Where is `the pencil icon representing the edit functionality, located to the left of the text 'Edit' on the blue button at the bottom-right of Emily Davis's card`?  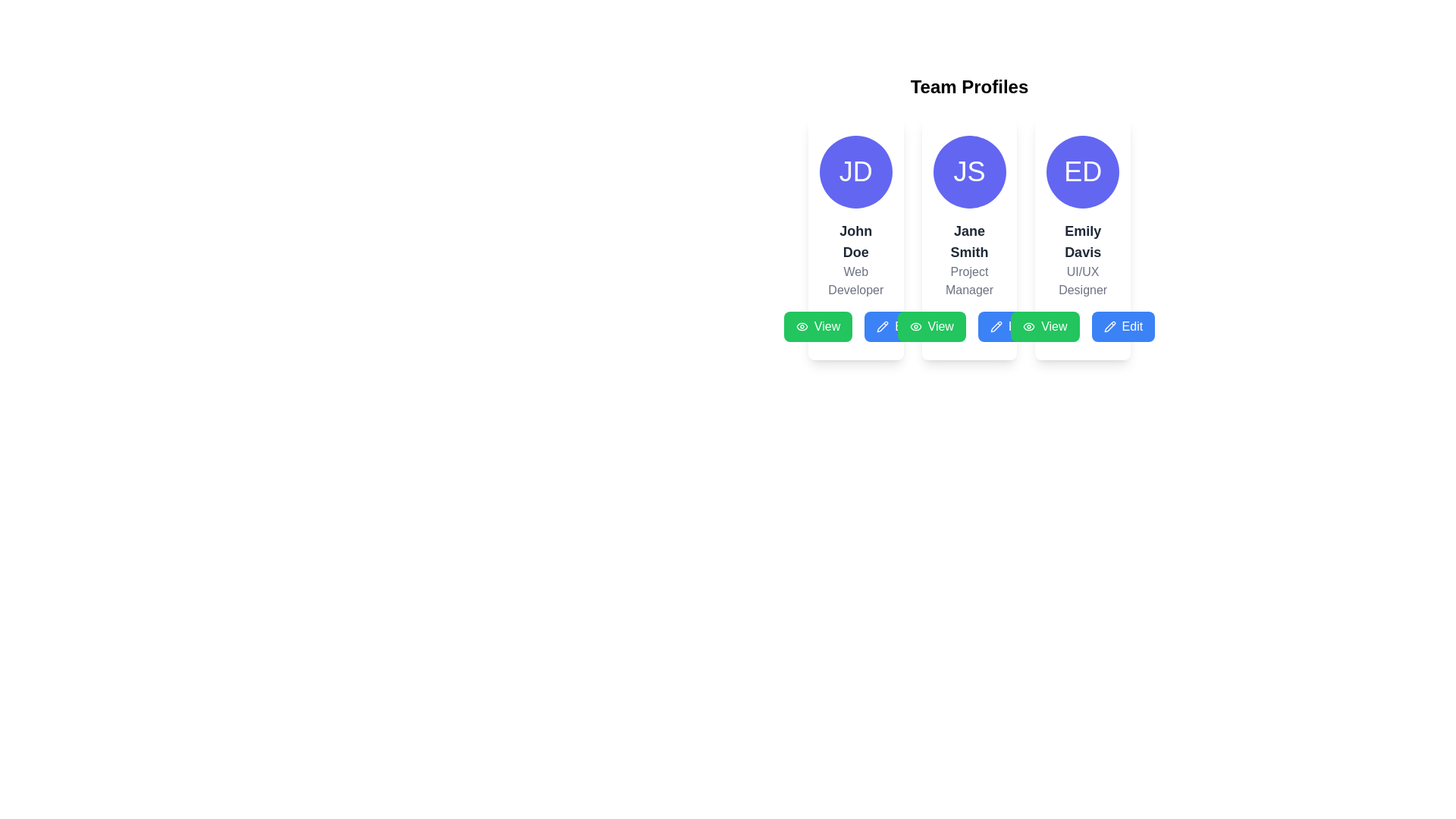
the pencil icon representing the edit functionality, located to the left of the text 'Edit' on the blue button at the bottom-right of Emily Davis's card is located at coordinates (883, 326).